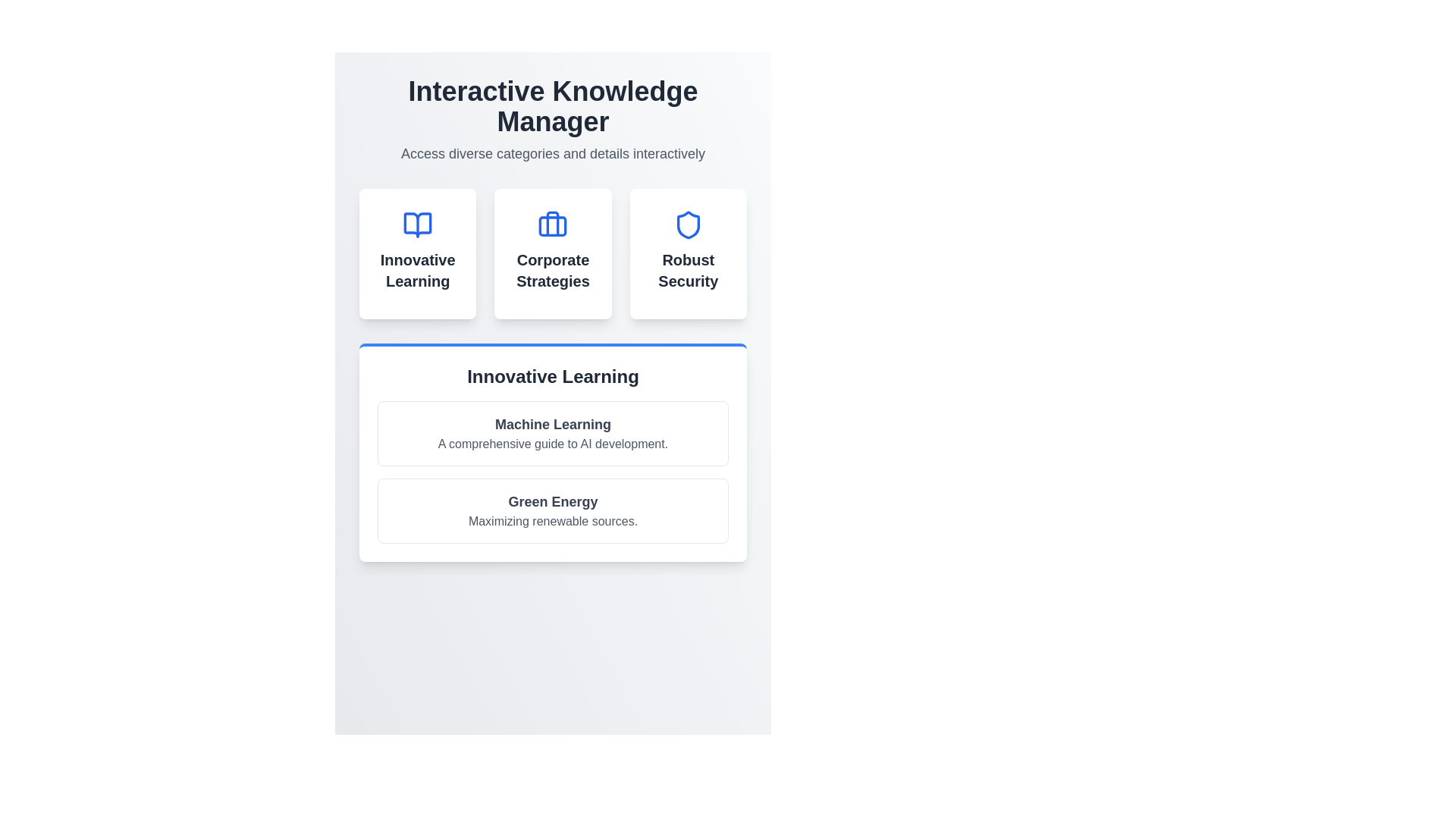 The height and width of the screenshot is (819, 1456). Describe the element at coordinates (552, 226) in the screenshot. I see `the rectangle icon with rounded corners located within the suitcase icon, which is part of the 'Corporate Strategies' card situated in the top-middle section of the interface` at that location.